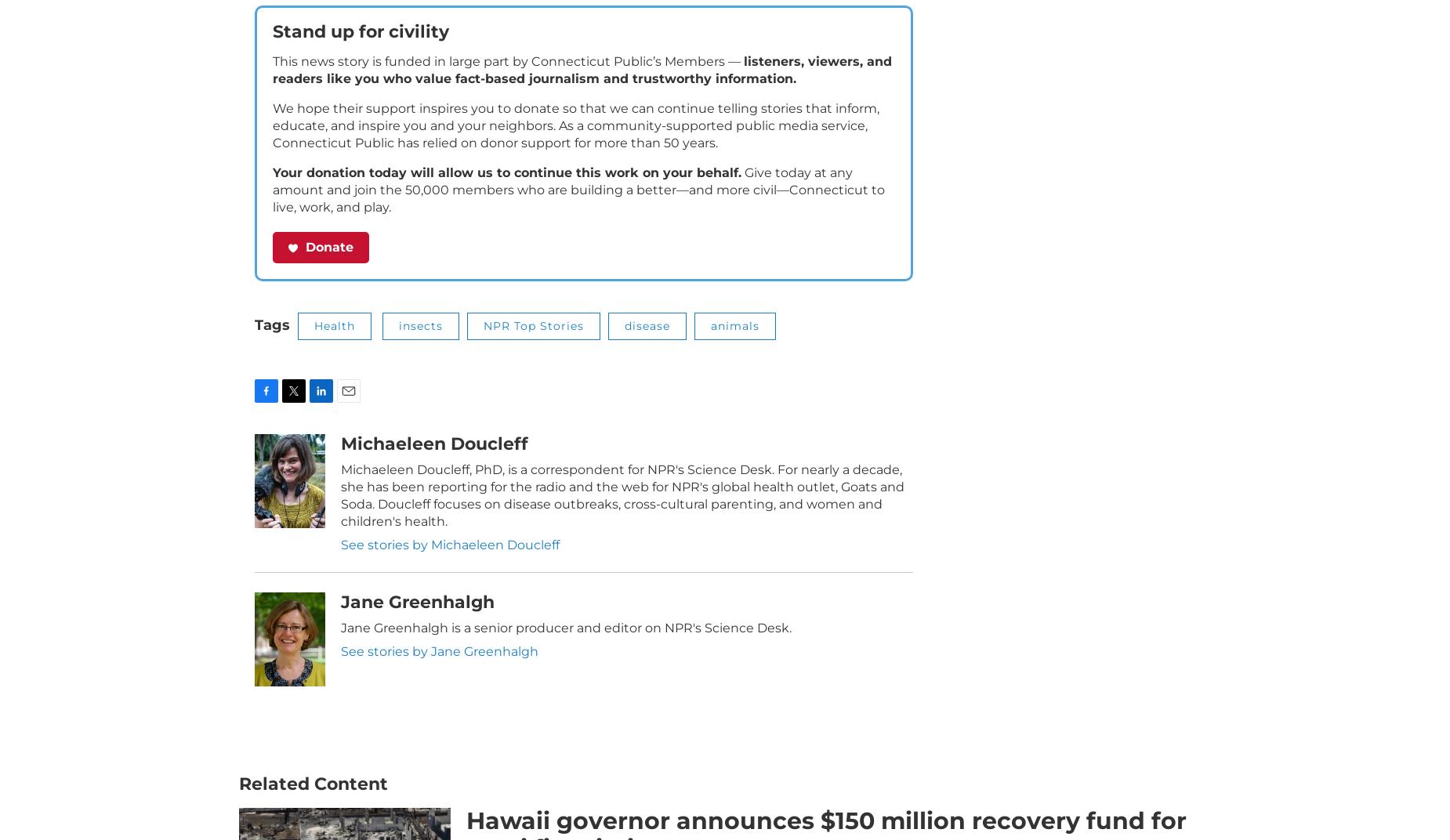 The width and height of the screenshot is (1450, 840). I want to click on 'Michaeleen Doucleff, PhD, is a correspondent for NPR's Science Desk. For nearly a decade, she has been reporting for the radio and the web for NPR's global health outlet, Goats and Soda. Doucleff focuses on disease outbreaks, cross-cultural parenting, and women and children's health.', so click(339, 518).